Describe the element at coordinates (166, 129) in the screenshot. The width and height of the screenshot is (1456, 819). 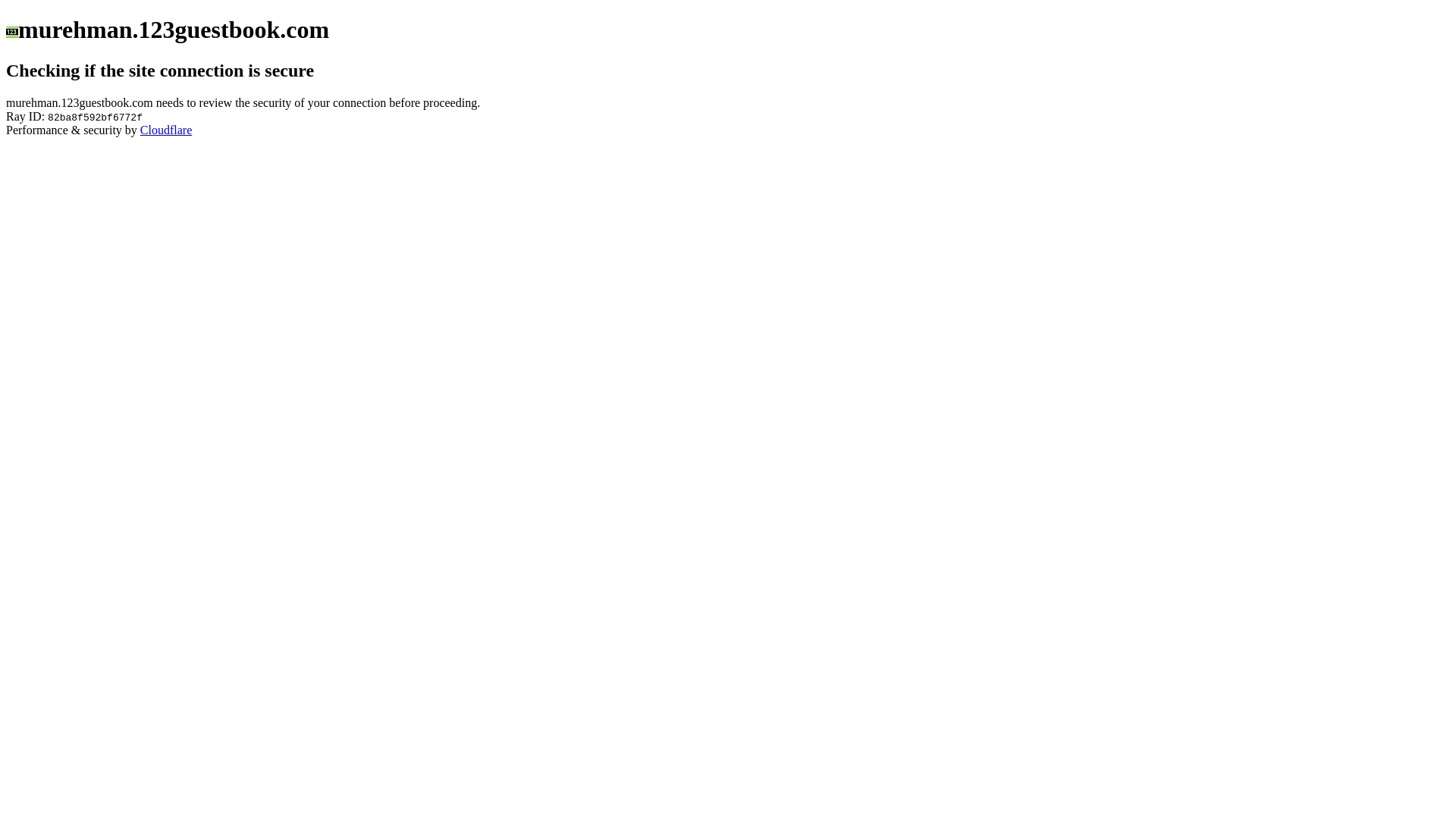
I see `'Cloudflare'` at that location.